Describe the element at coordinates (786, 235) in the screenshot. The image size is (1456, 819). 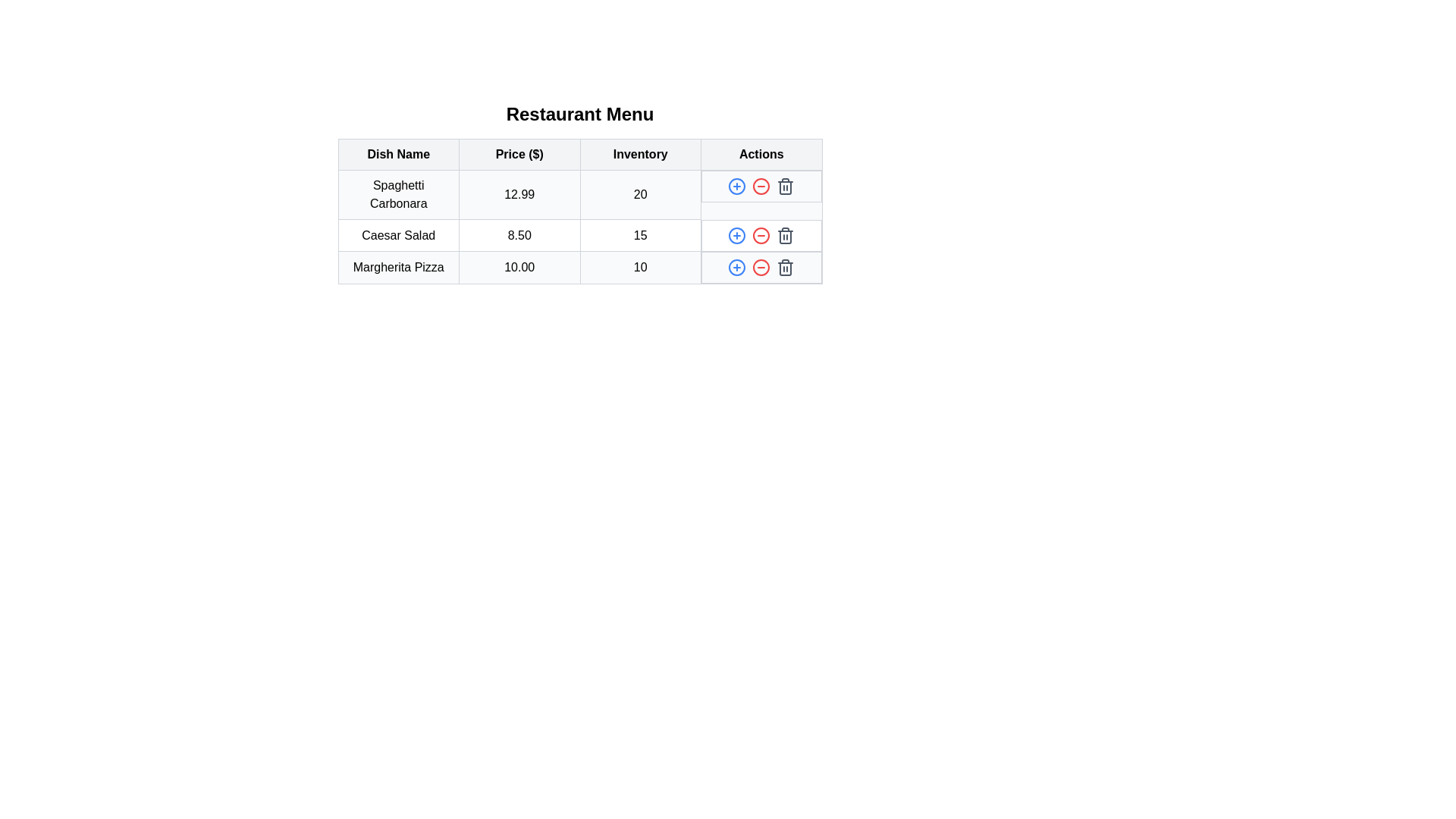
I see `the trash icon for the menu item Caesar Salad` at that location.